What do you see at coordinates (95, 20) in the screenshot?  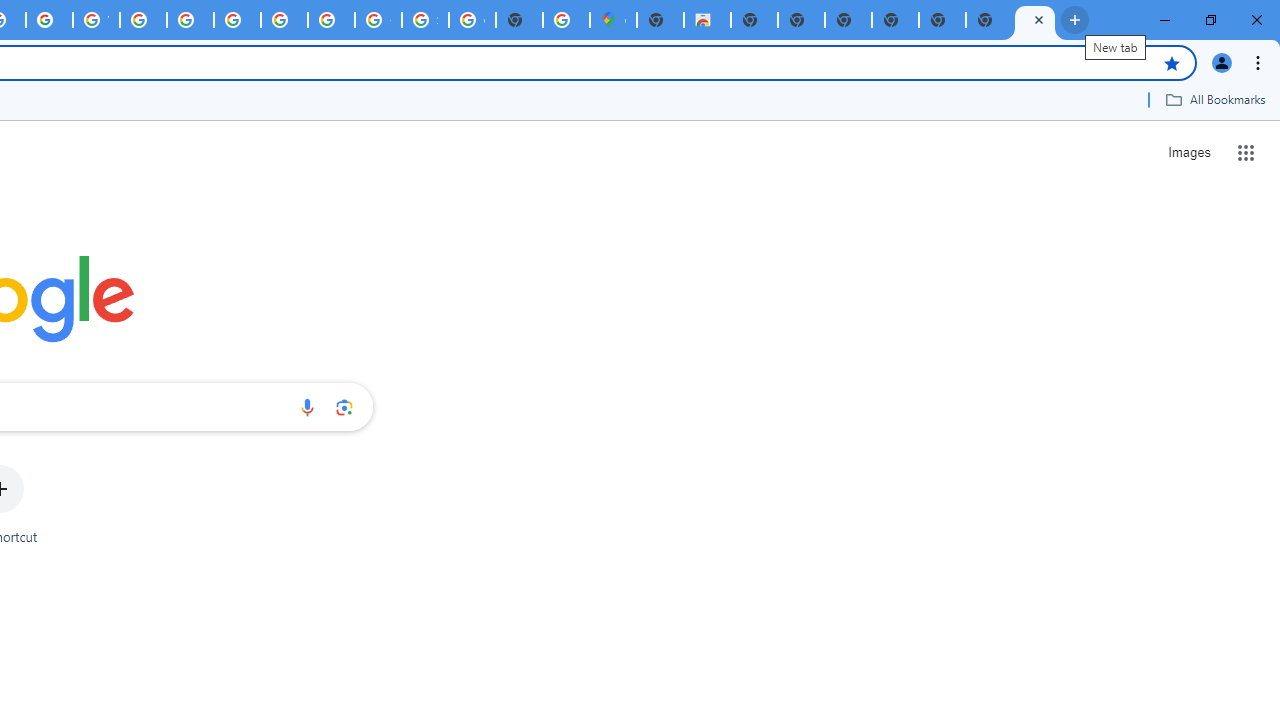 I see `'YouTube'` at bounding box center [95, 20].